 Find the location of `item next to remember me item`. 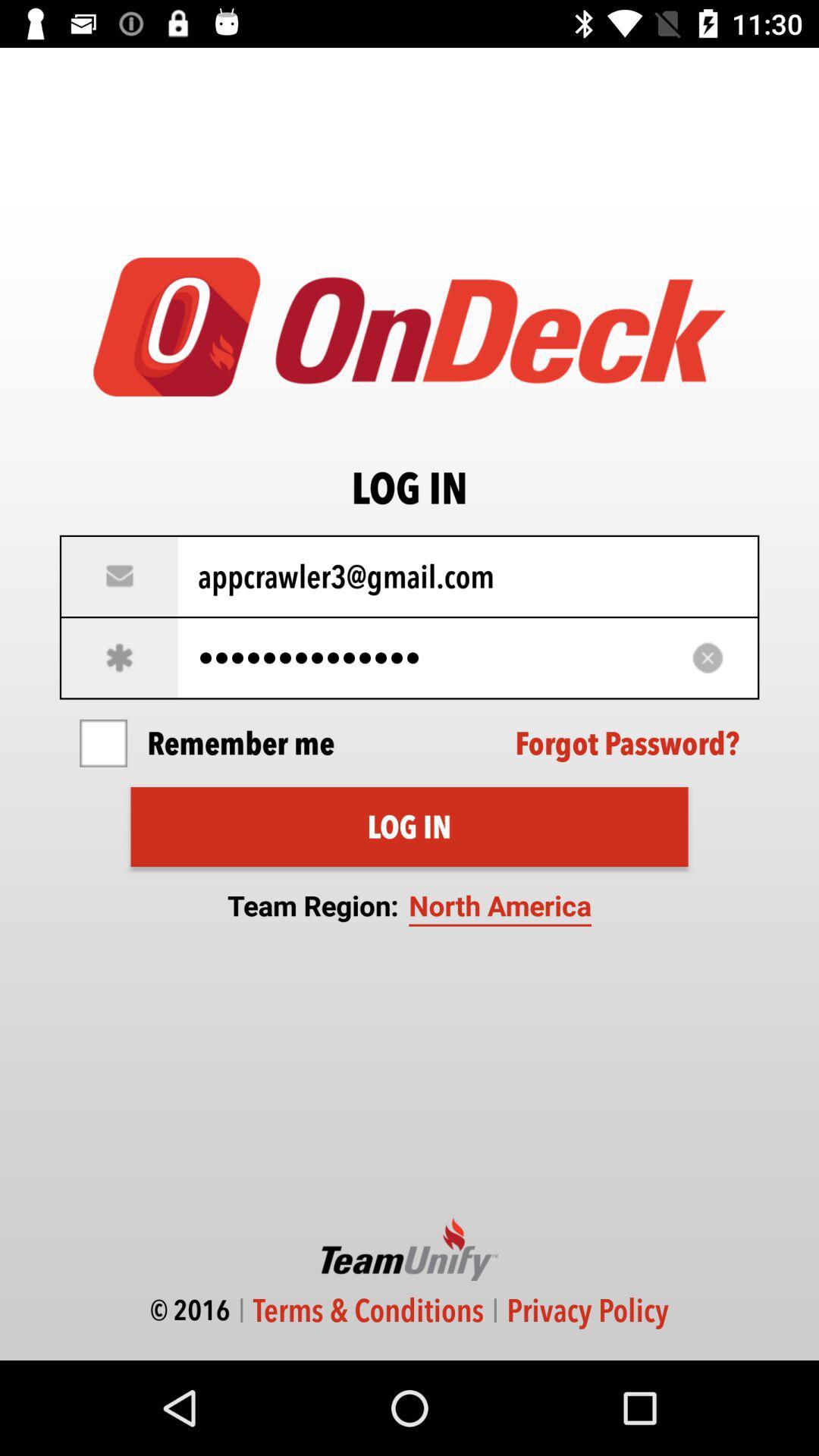

item next to remember me item is located at coordinates (102, 743).